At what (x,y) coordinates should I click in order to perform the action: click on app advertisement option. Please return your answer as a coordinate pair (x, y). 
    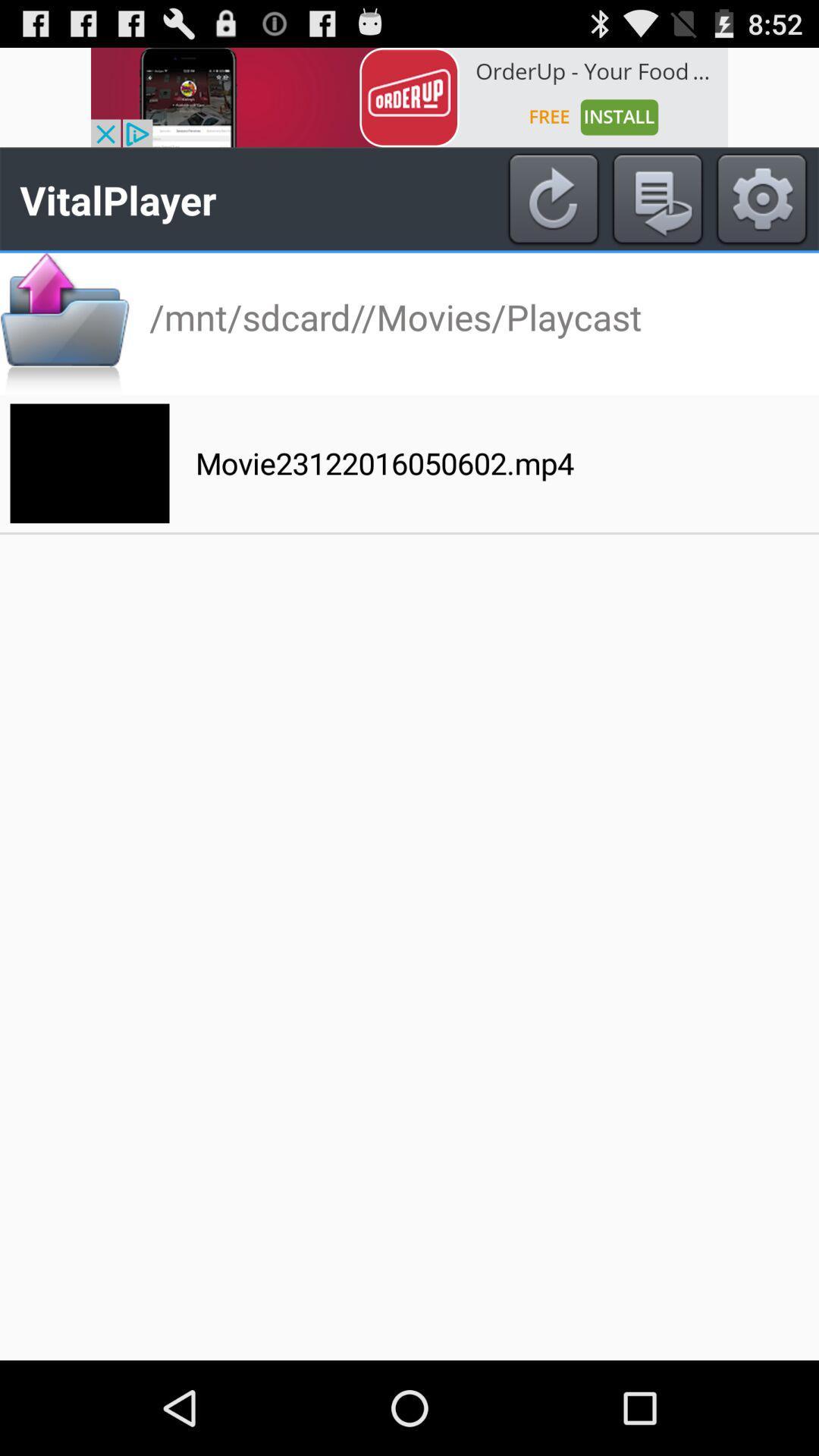
    Looking at the image, I should click on (409, 96).